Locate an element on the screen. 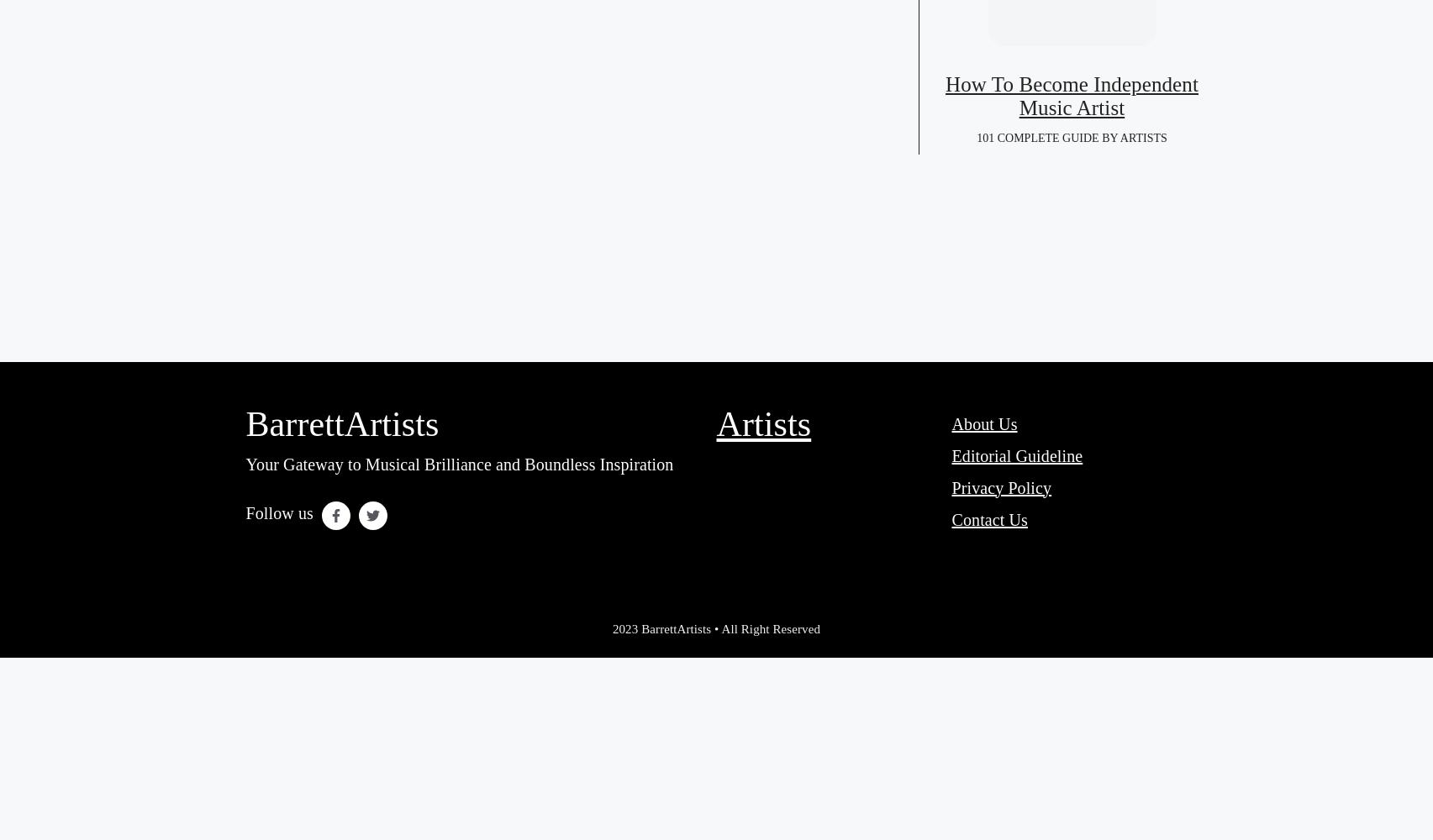 This screenshot has height=840, width=1433. 'Follow us' is located at coordinates (245, 512).